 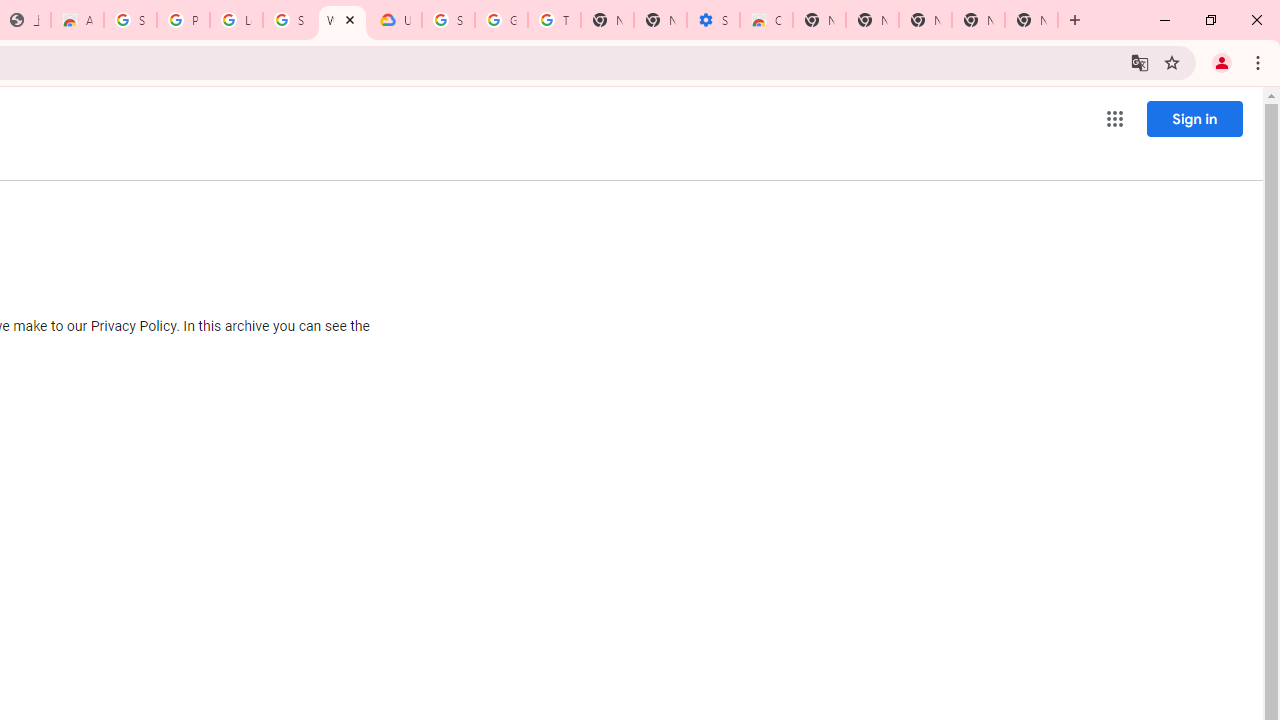 I want to click on 'Turn cookies on or off - Computer - Google Account Help', so click(x=554, y=20).